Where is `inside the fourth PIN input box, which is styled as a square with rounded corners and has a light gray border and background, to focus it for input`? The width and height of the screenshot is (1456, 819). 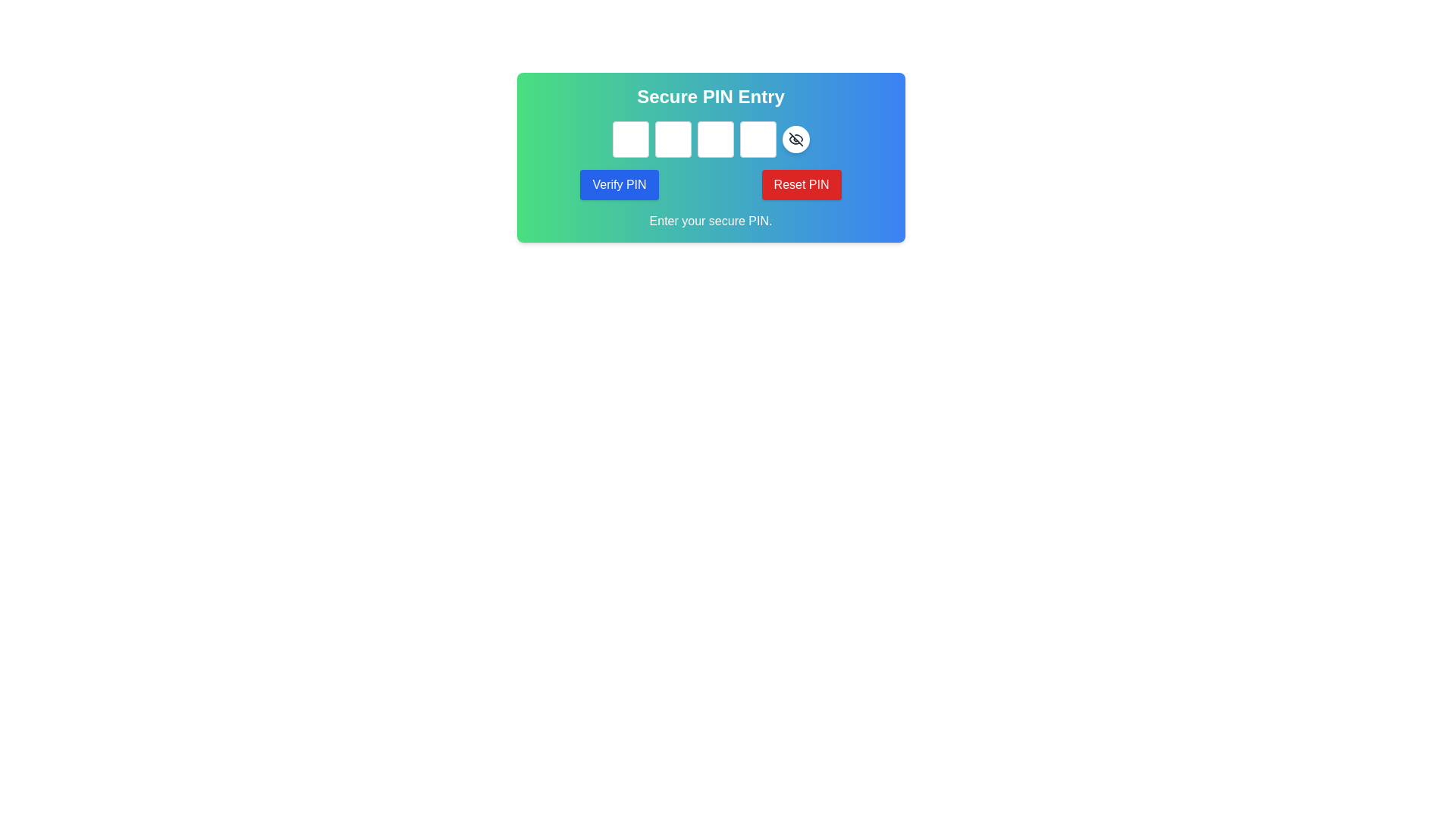
inside the fourth PIN input box, which is styled as a square with rounded corners and has a light gray border and background, to focus it for input is located at coordinates (758, 140).